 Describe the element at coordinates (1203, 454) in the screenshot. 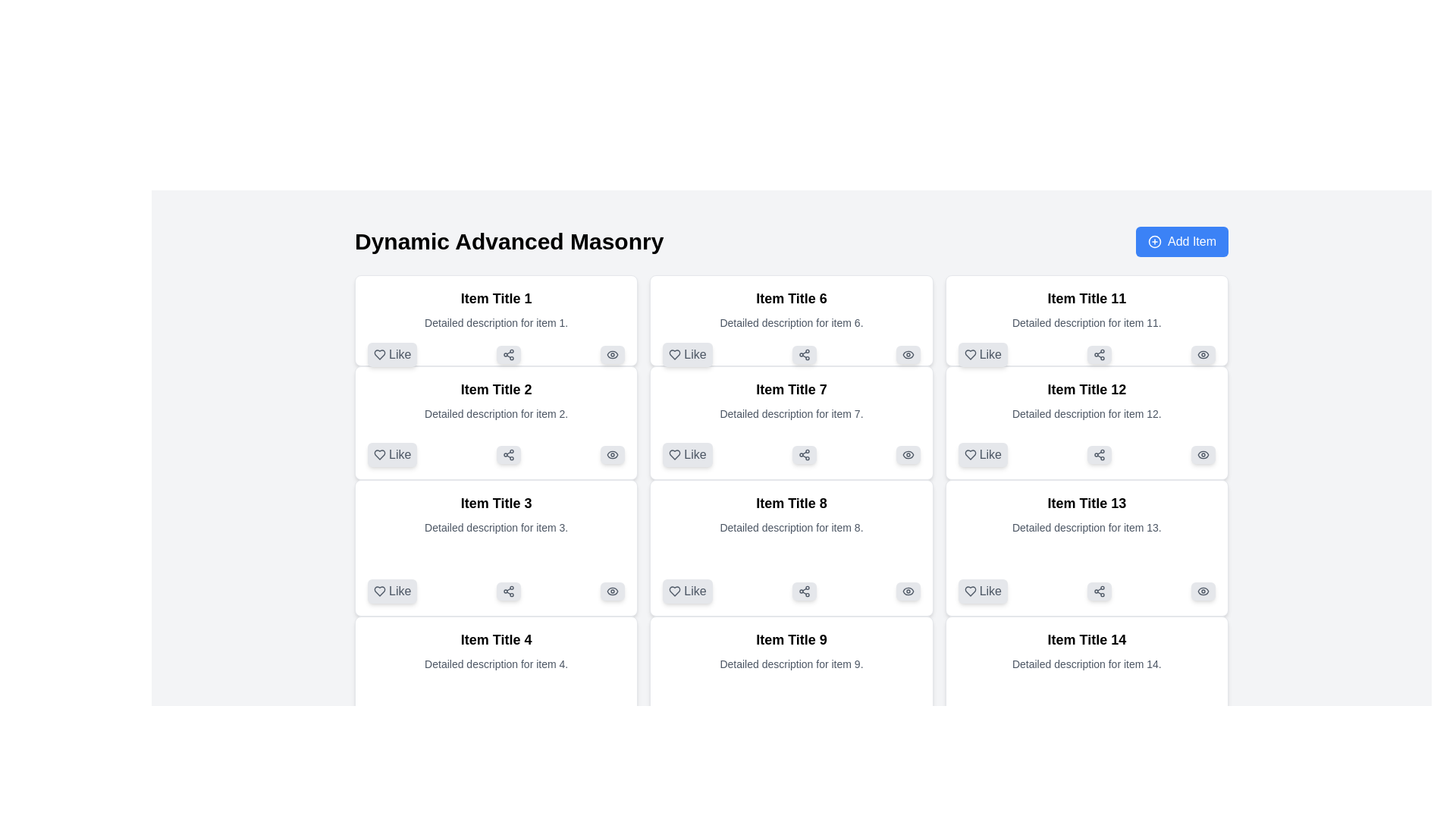

I see `the visibility toggle icon located at the top-right corner of the card titled 'Item Title 12'` at that location.